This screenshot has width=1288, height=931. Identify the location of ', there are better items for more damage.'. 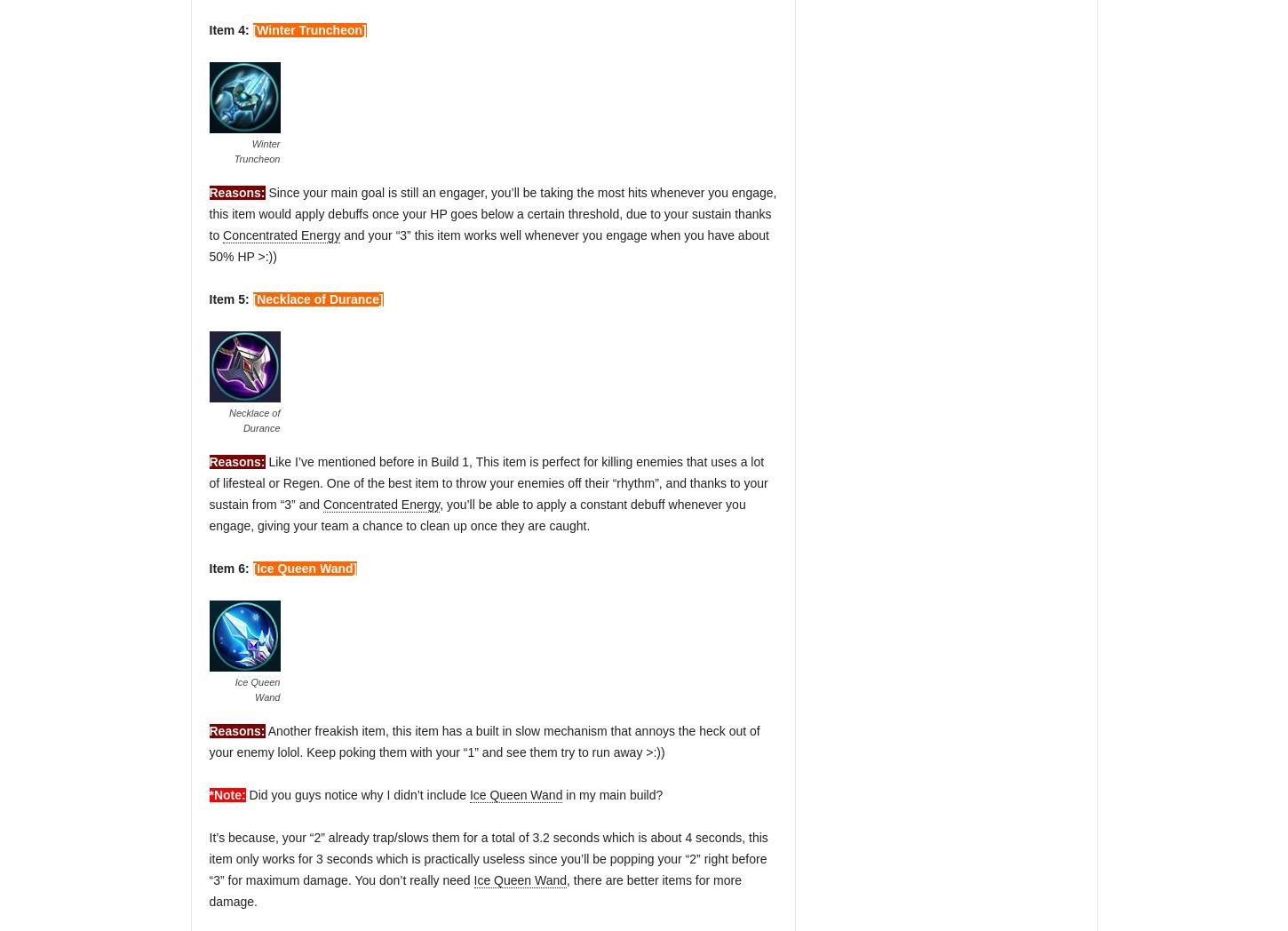
(474, 890).